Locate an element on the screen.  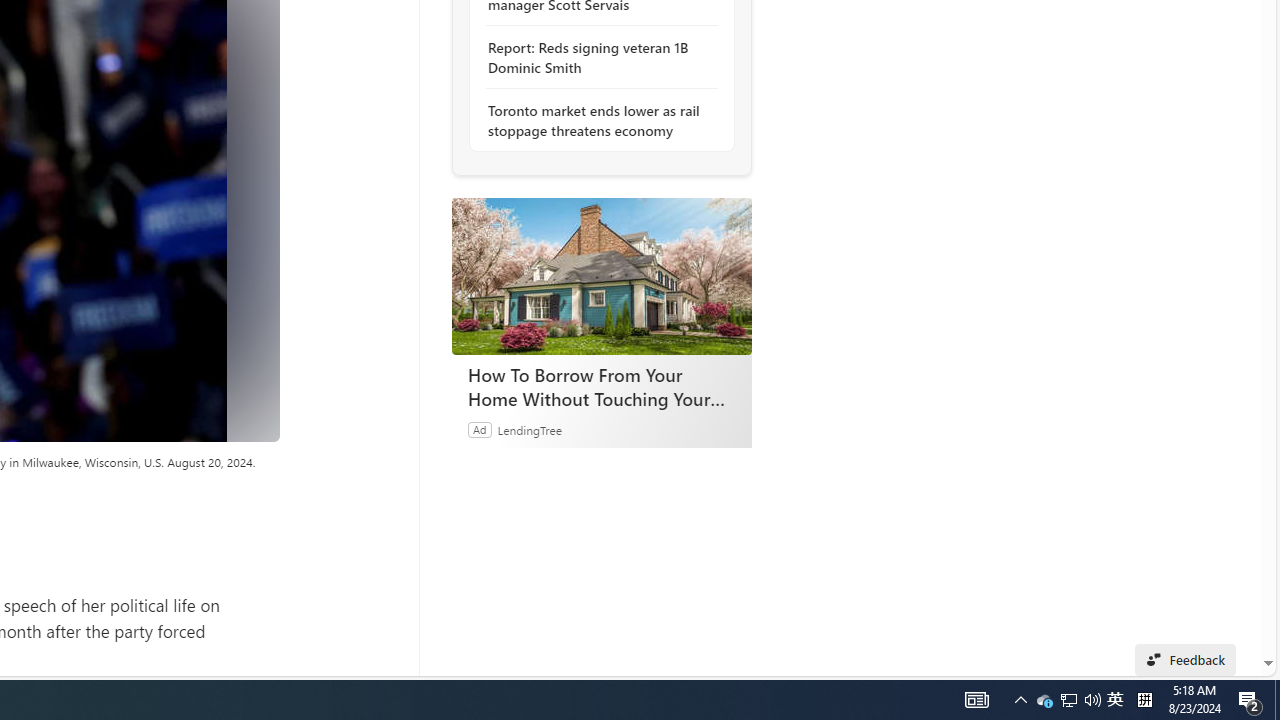
'Report: Reds signing veteran 1B Dominic Smith' is located at coordinates (595, 56).